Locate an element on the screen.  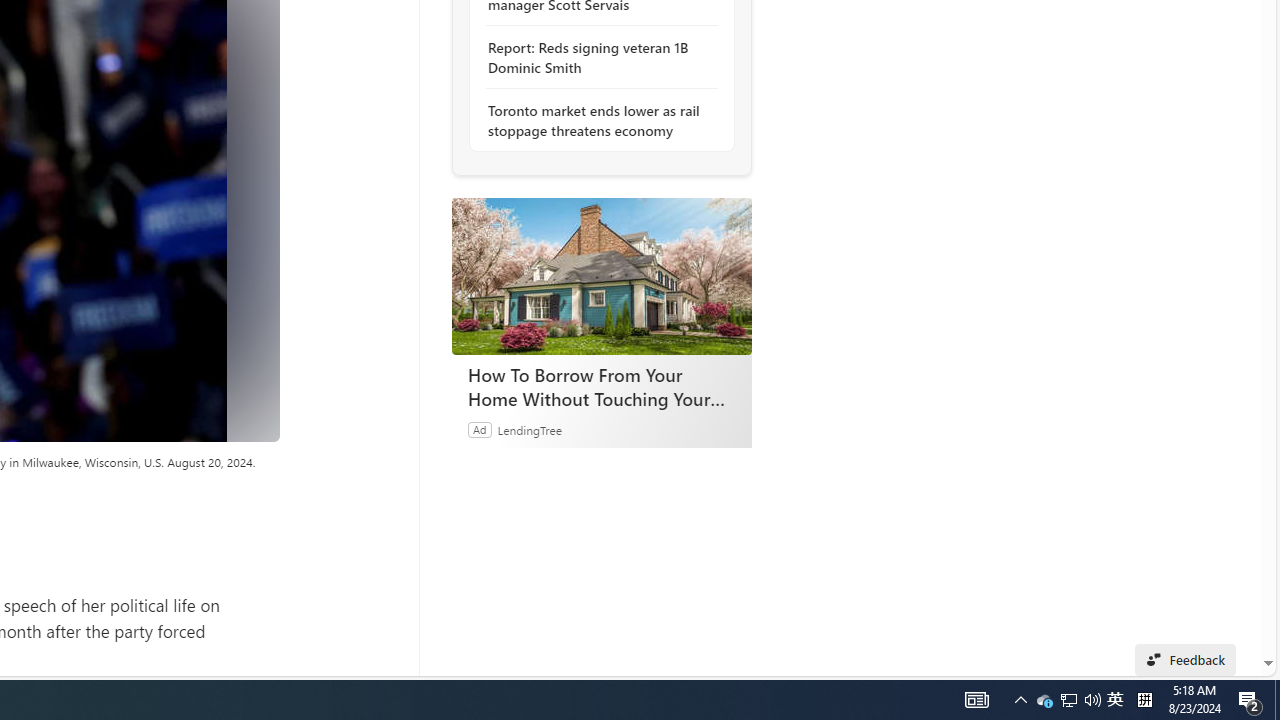
'Report: Reds signing veteran 1B Dominic Smith' is located at coordinates (595, 56).